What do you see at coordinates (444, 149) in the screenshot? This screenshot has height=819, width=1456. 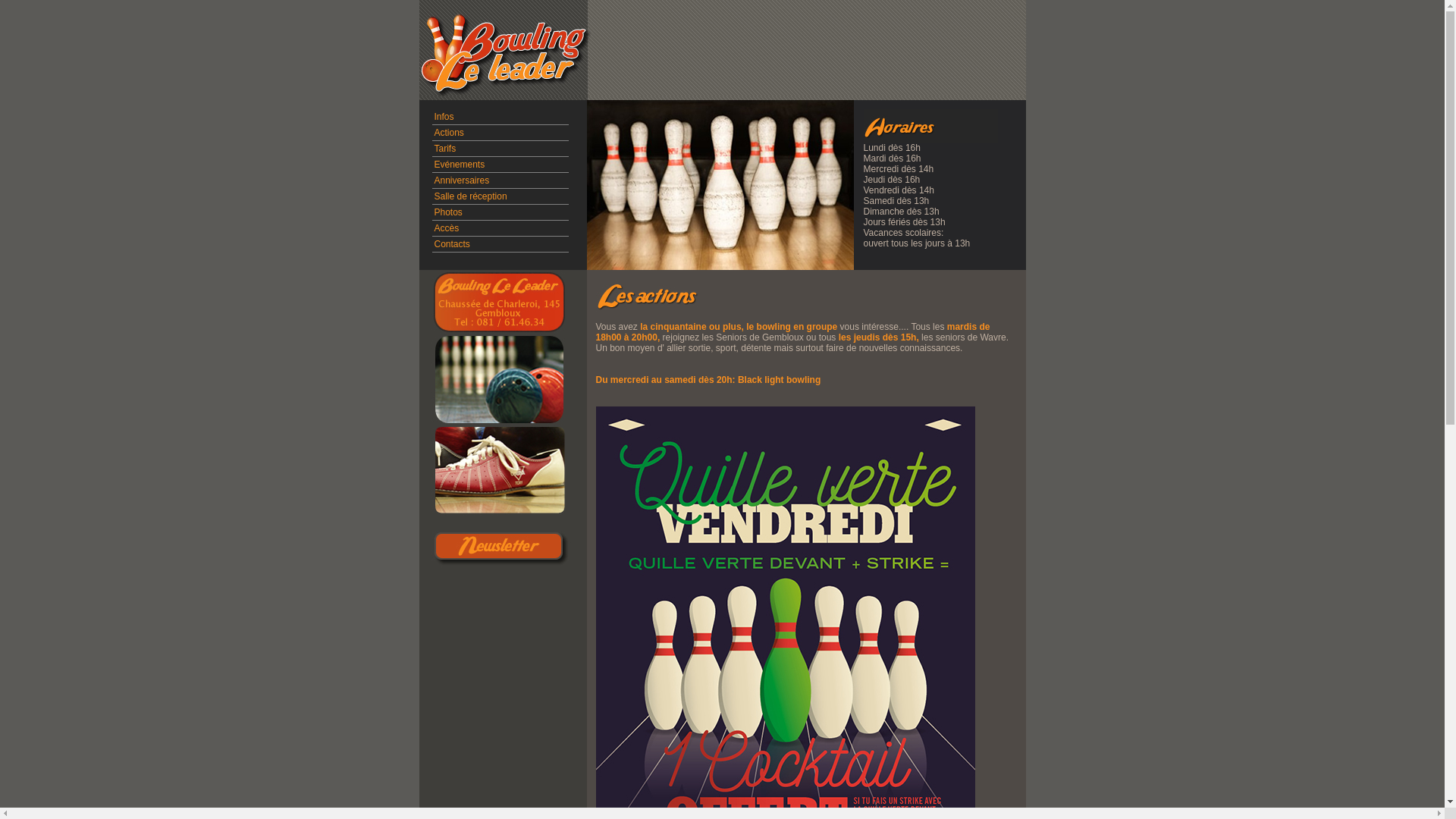 I see `'Tarifs'` at bounding box center [444, 149].